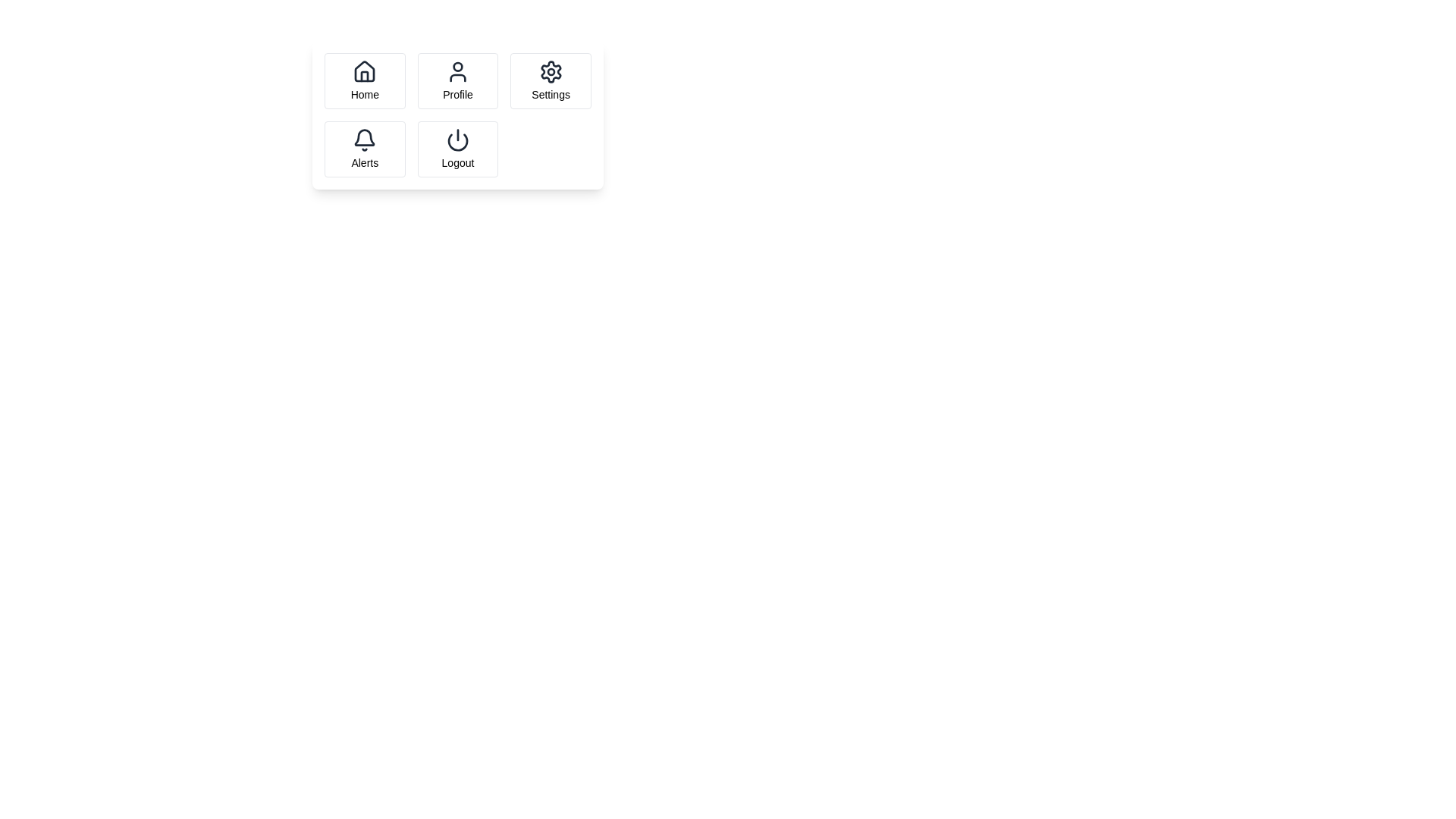 This screenshot has width=1456, height=819. I want to click on the top-left navigation button with text and icon, so click(365, 81).